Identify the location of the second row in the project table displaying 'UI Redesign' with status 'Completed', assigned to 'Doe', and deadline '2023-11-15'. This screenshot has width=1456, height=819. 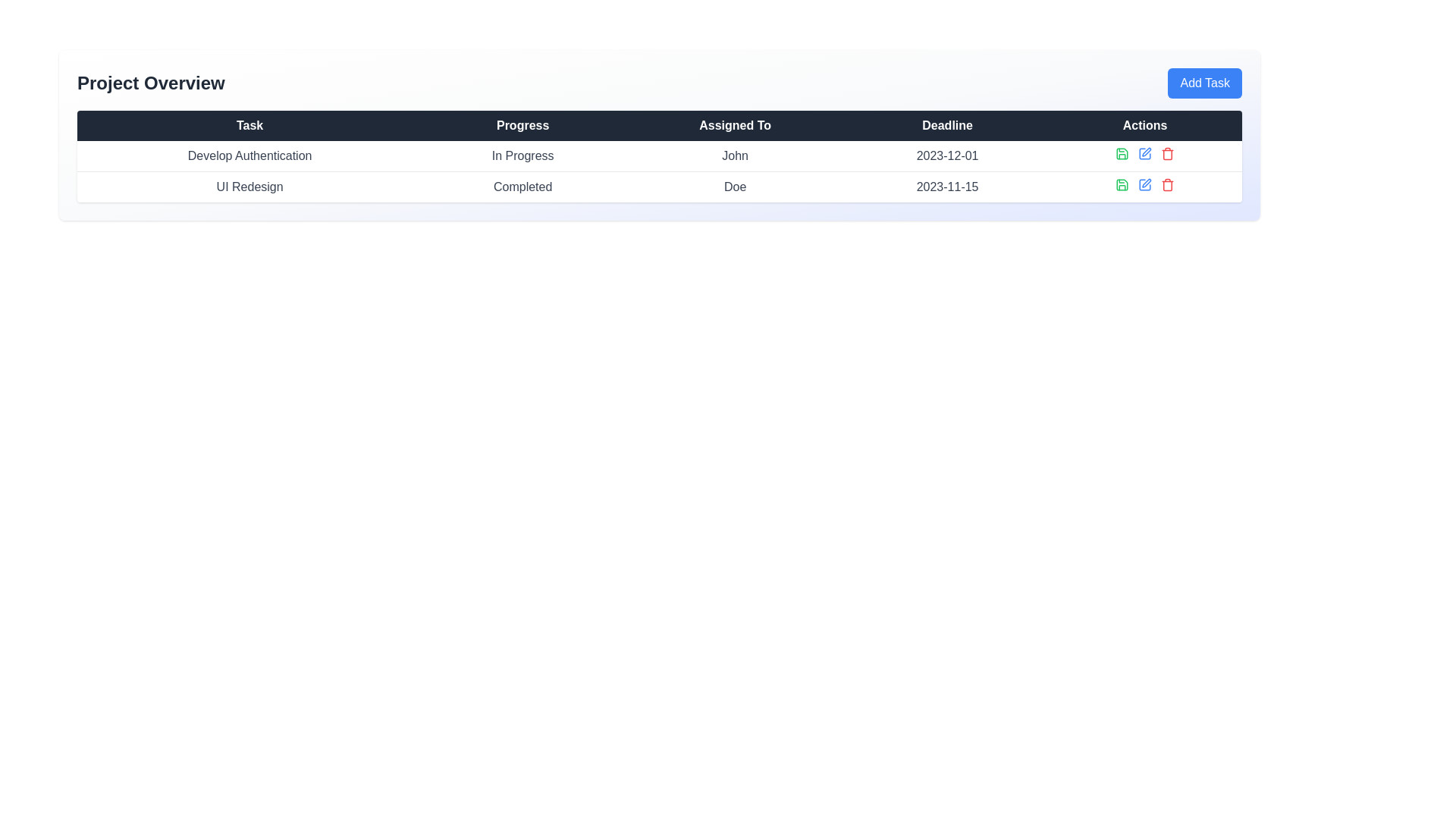
(659, 186).